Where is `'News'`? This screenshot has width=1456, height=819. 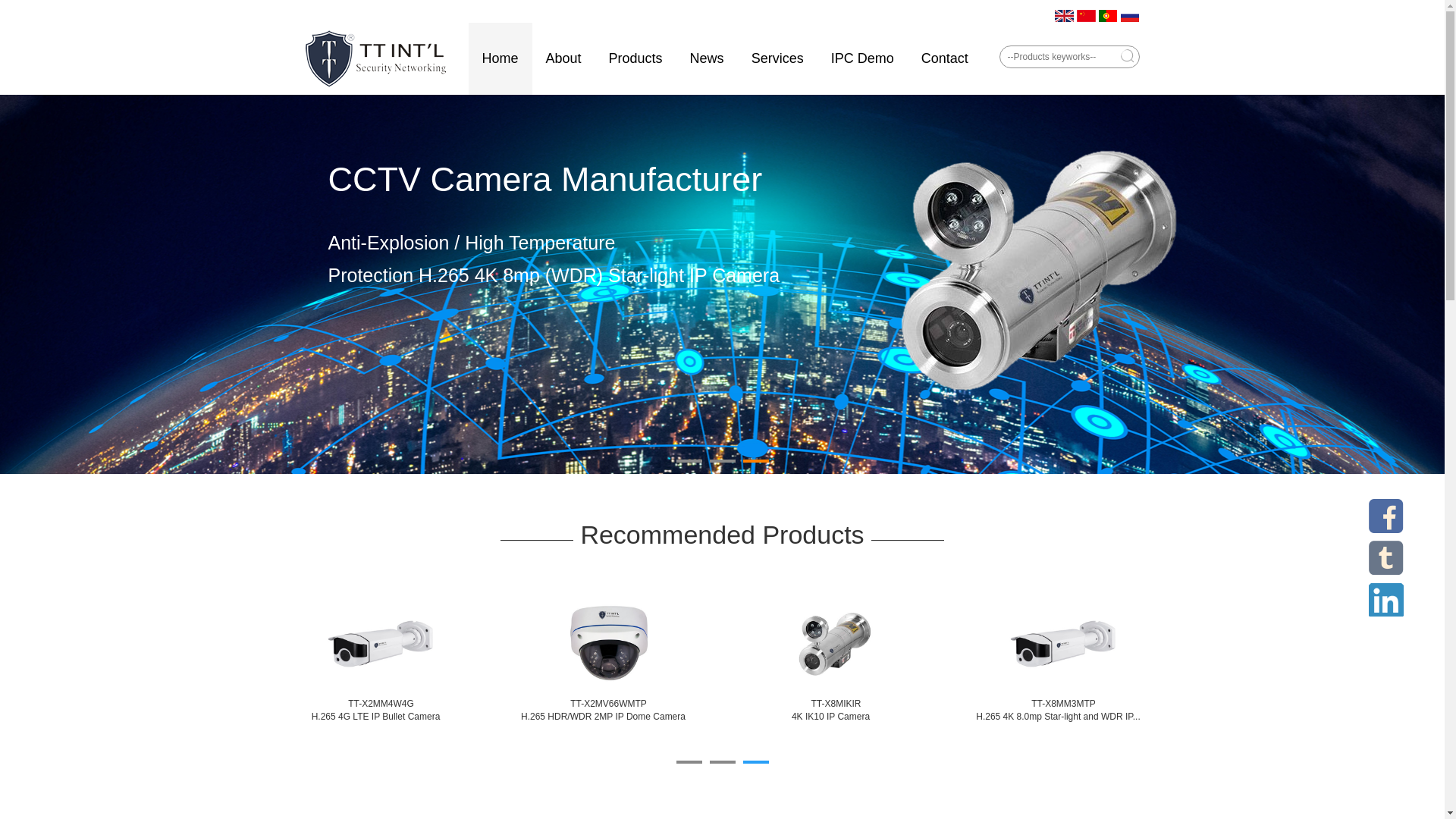
'News' is located at coordinates (706, 58).